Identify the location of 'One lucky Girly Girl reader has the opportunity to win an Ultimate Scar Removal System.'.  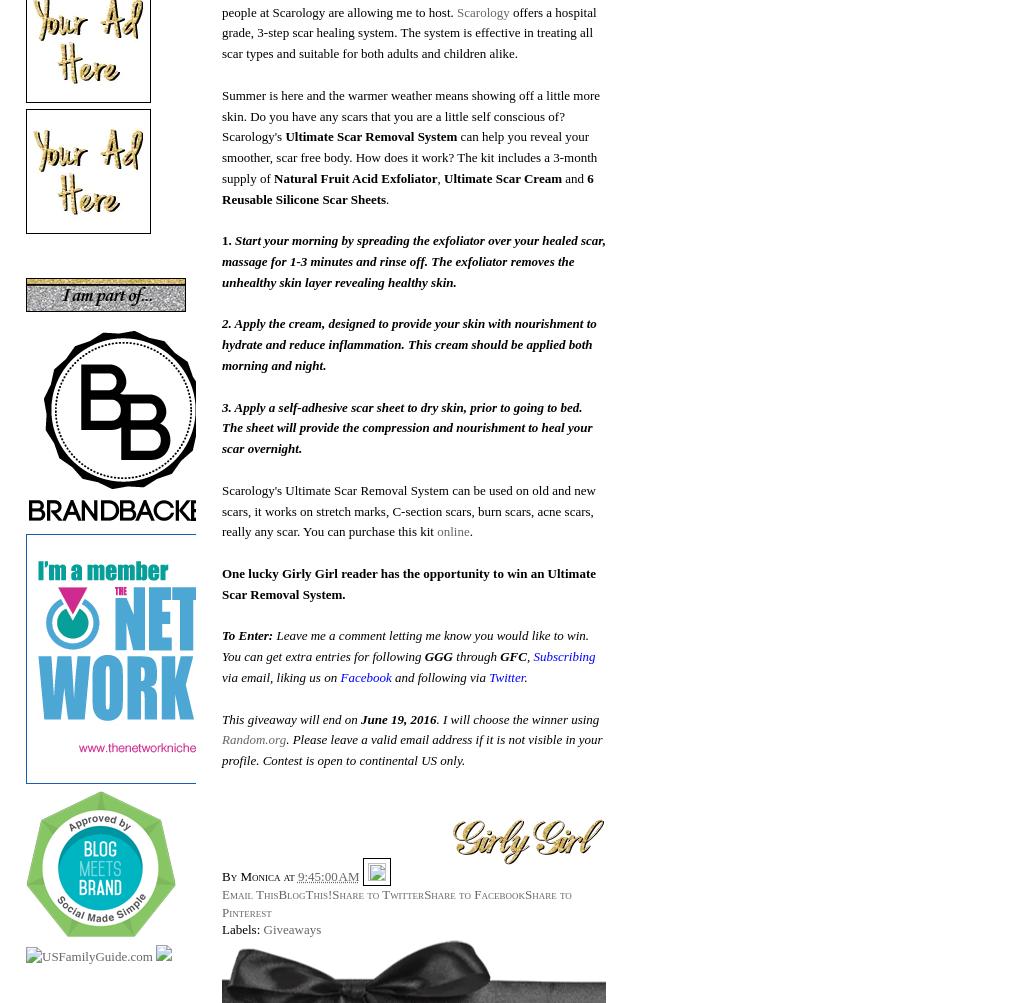
(407, 582).